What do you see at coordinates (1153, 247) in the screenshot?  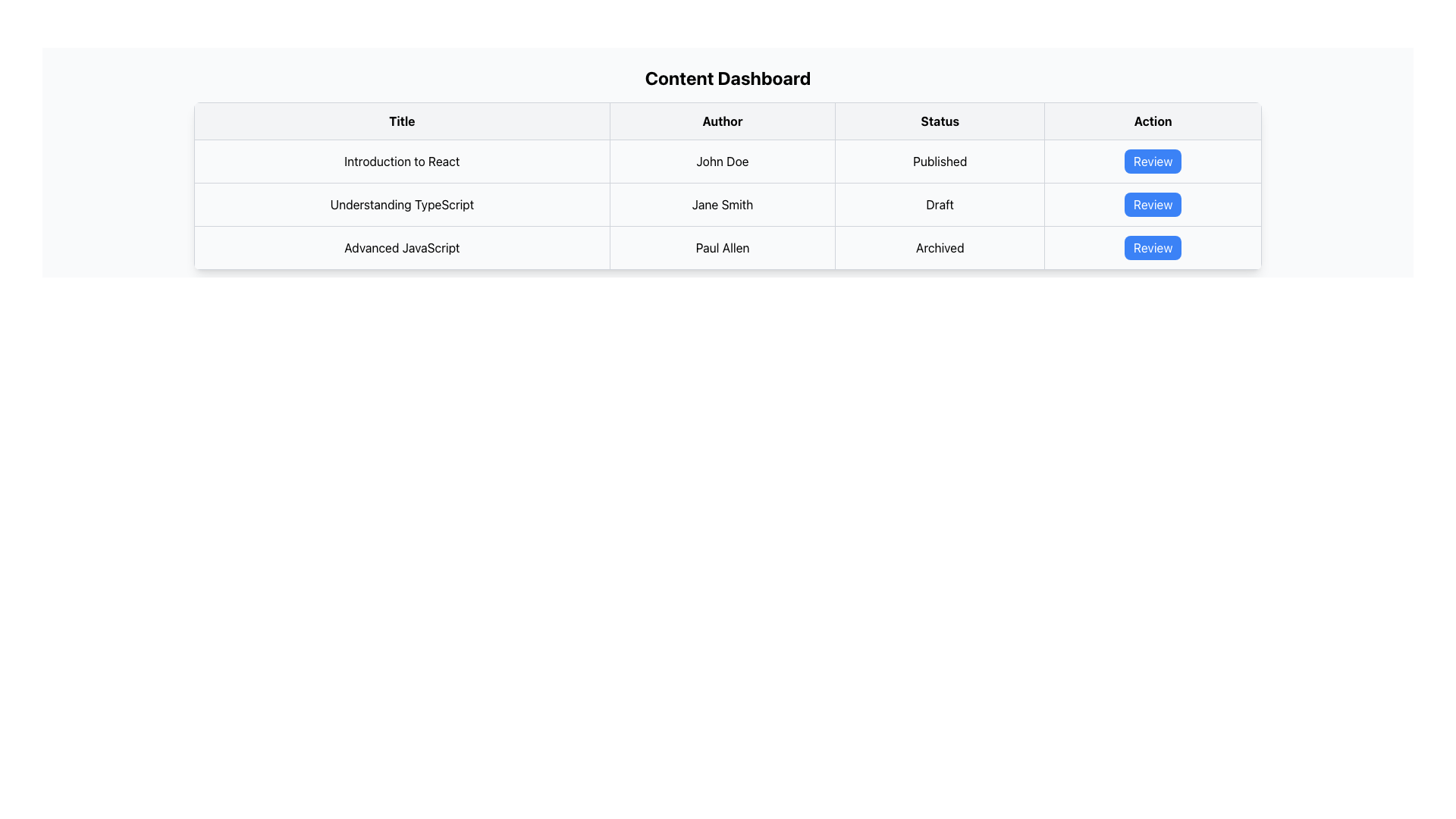 I see `the third 'Review' button located in the 'Action' column of the 'Advanced JavaScript' row in the 'Content Dashboard' table` at bounding box center [1153, 247].